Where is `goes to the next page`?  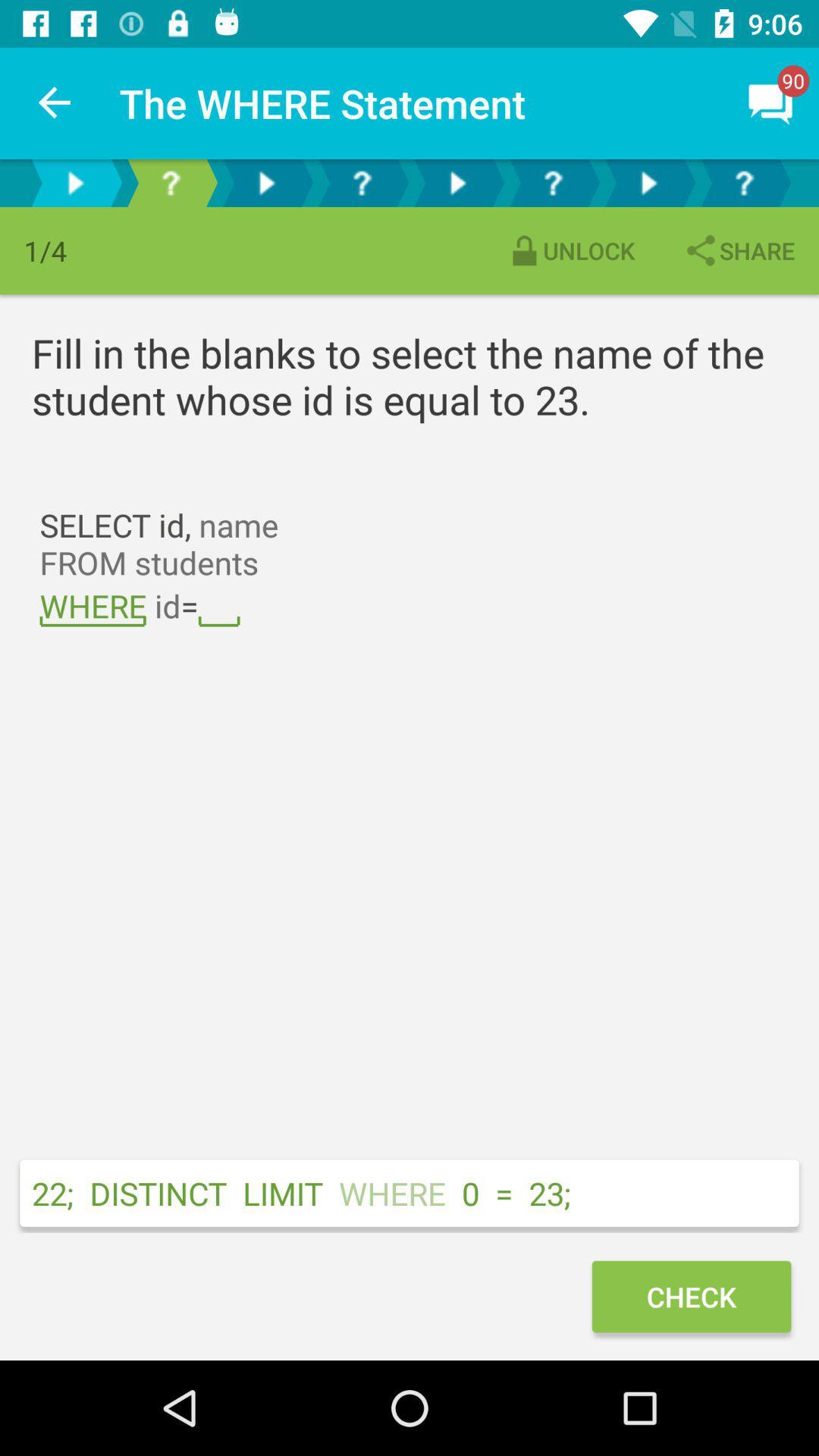
goes to the next page is located at coordinates (648, 182).